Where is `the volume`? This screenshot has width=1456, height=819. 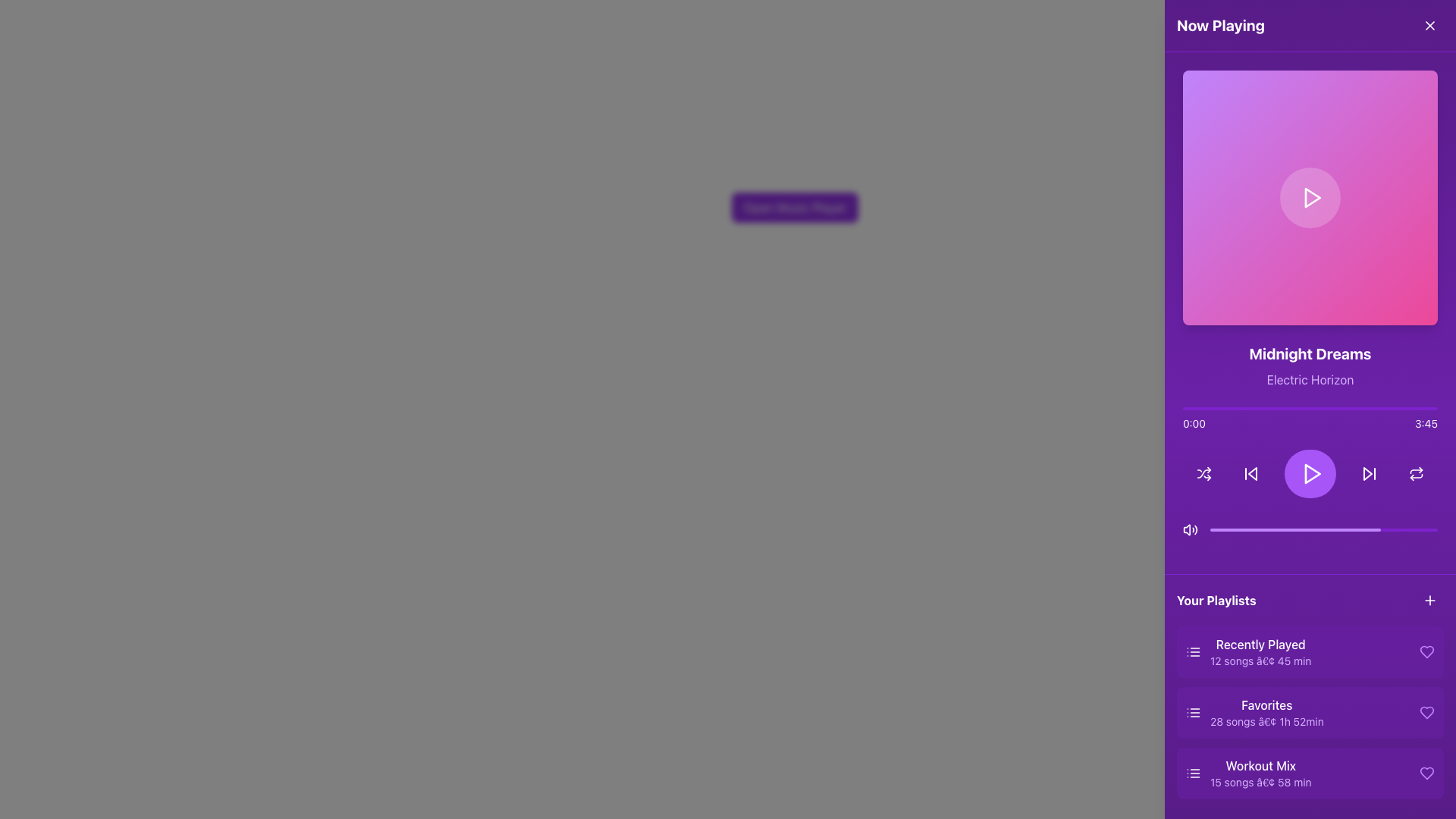
the volume is located at coordinates (1385, 529).